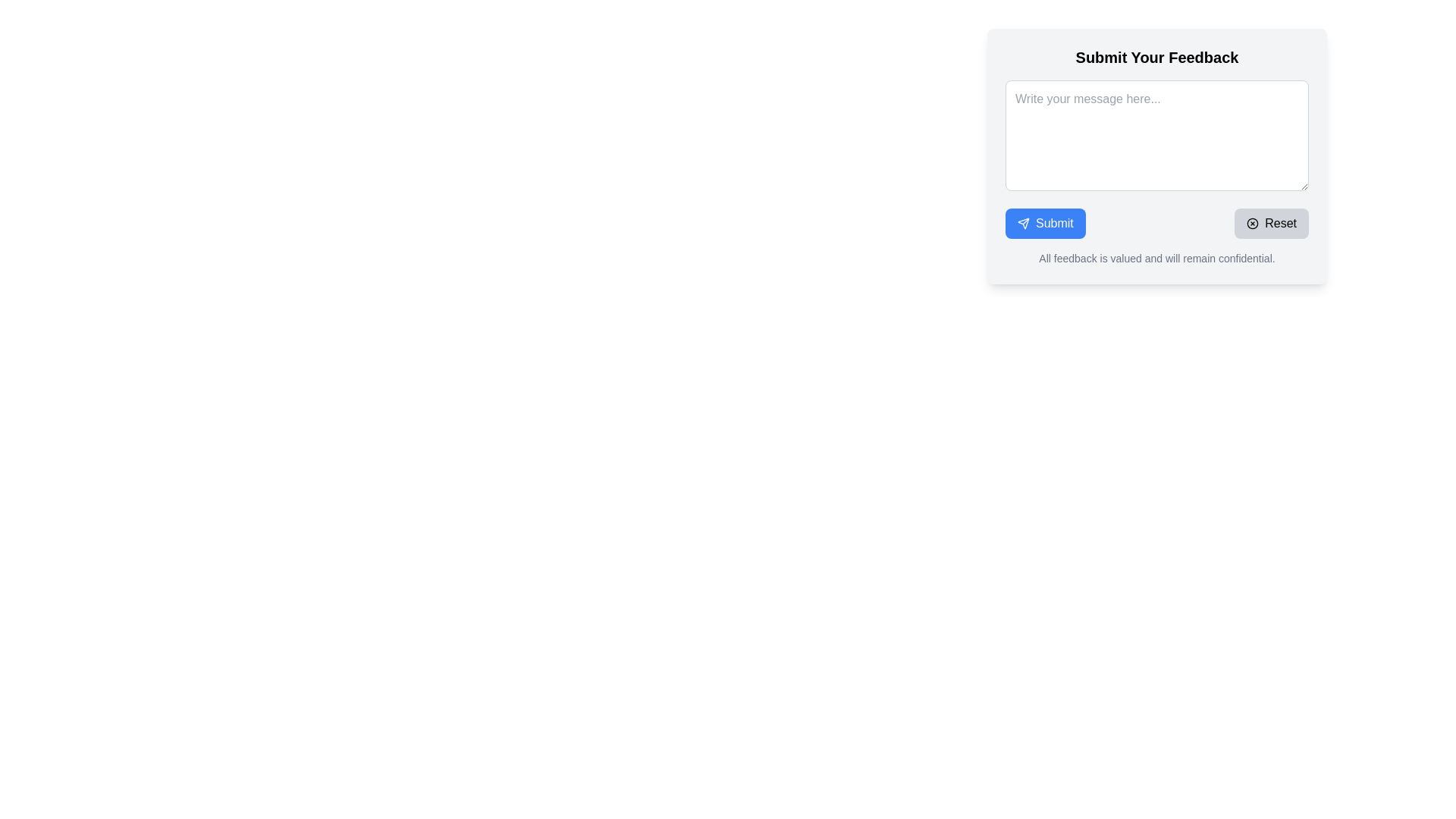 The height and width of the screenshot is (819, 1456). I want to click on the text element labeled 'Submit Your Feedback', which is prominently displayed at the top of the feedback form card, so click(1156, 57).